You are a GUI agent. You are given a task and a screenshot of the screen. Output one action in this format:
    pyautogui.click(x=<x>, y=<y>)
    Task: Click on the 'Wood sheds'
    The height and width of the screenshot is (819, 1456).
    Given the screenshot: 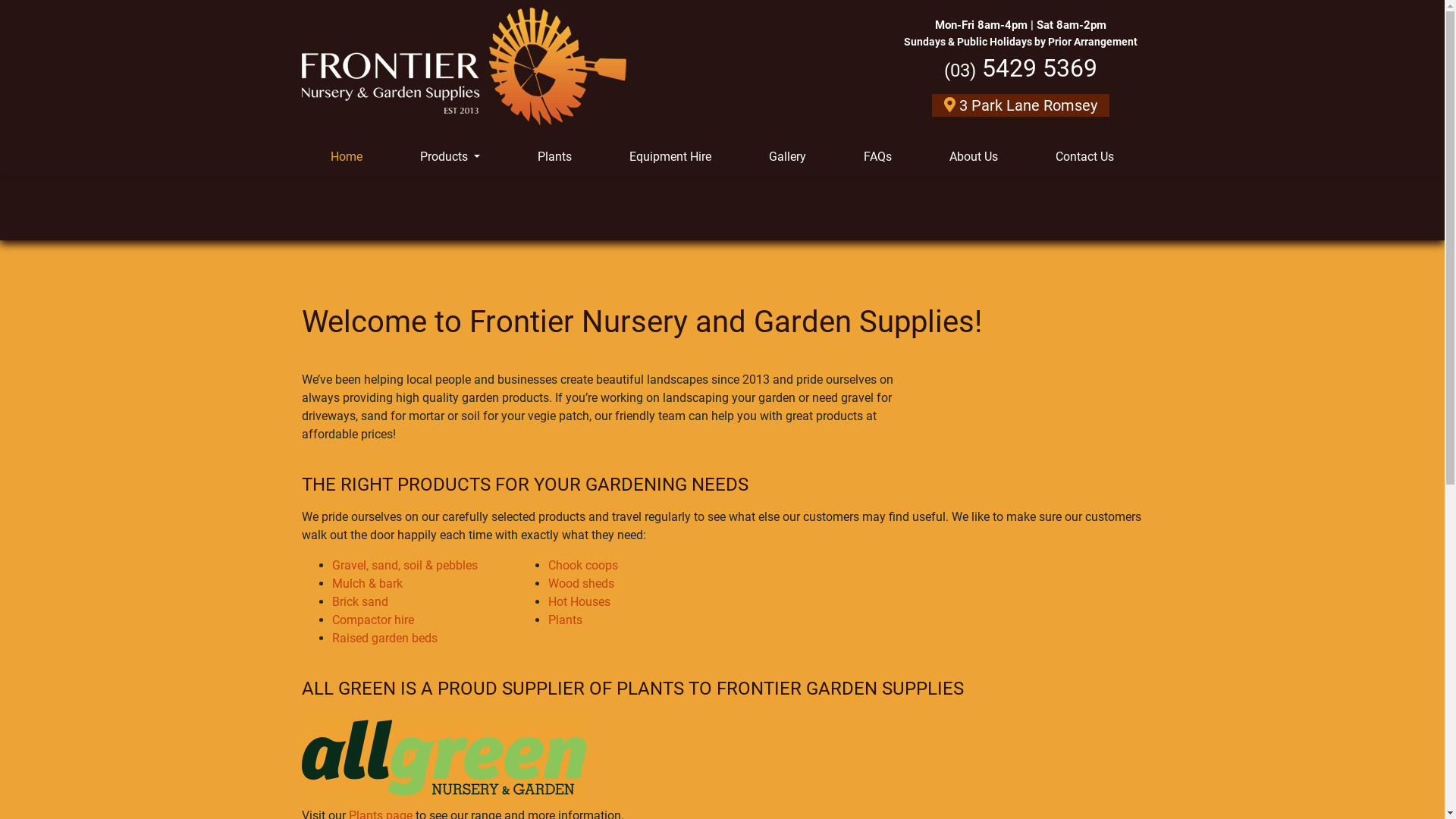 What is the action you would take?
    pyautogui.click(x=546, y=582)
    